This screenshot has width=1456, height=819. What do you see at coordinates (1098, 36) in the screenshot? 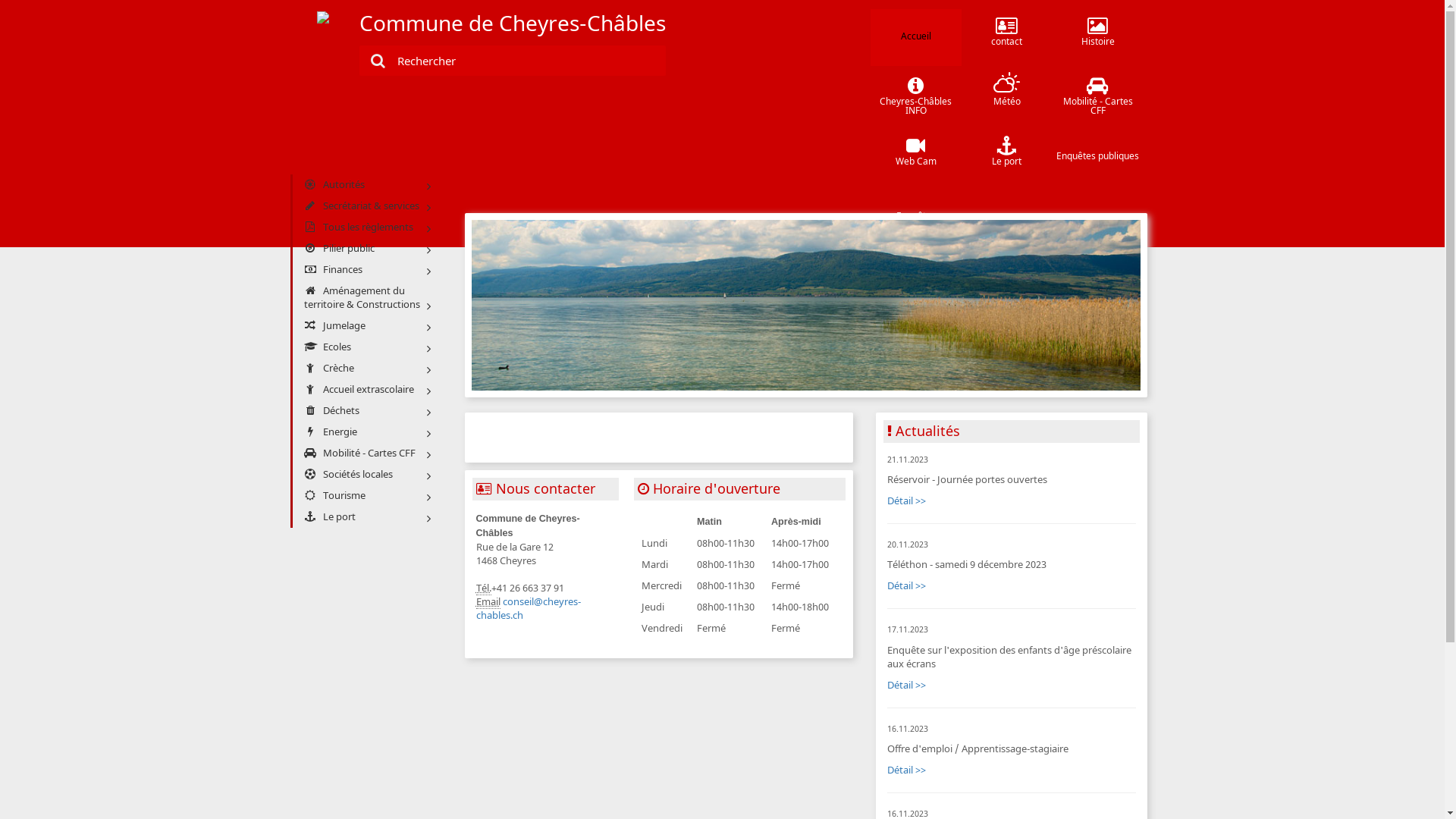
I see `'Histoire'` at bounding box center [1098, 36].